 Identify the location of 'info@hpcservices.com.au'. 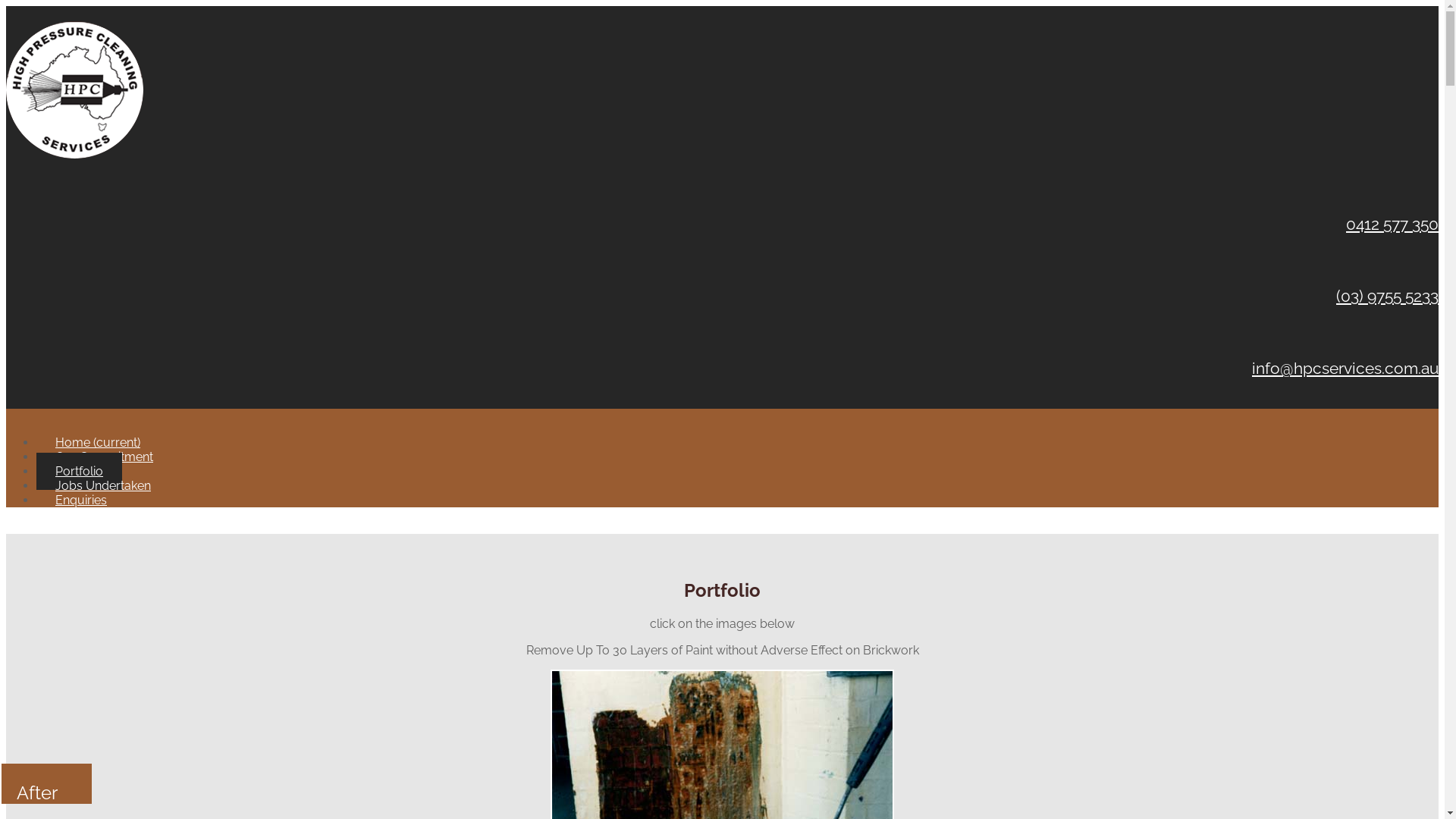
(1345, 368).